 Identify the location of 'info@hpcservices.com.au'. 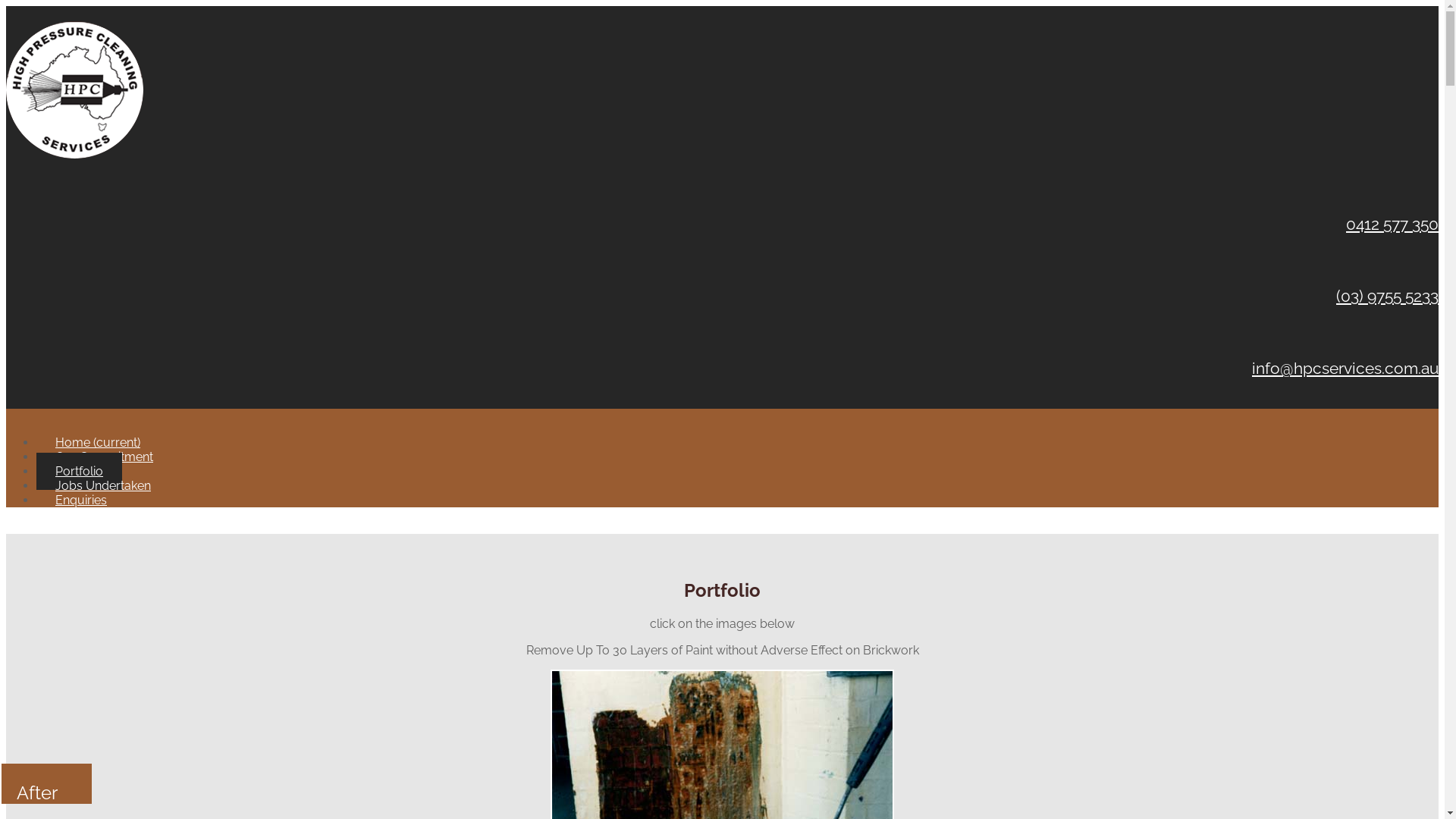
(1345, 368).